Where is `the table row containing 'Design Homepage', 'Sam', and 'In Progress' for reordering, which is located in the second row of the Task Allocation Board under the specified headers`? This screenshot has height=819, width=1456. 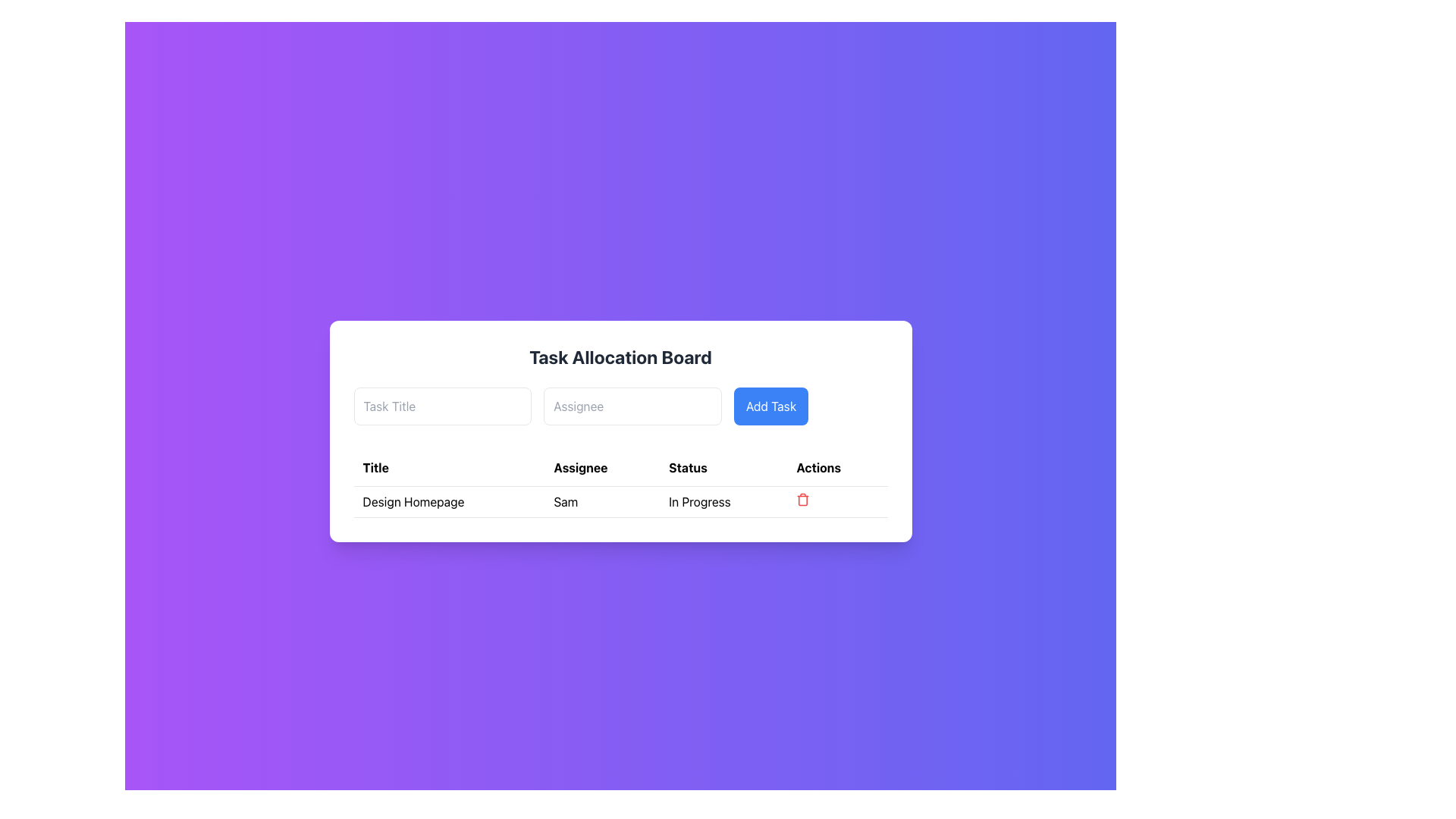 the table row containing 'Design Homepage', 'Sam', and 'In Progress' for reordering, which is located in the second row of the Task Allocation Board under the specified headers is located at coordinates (620, 502).